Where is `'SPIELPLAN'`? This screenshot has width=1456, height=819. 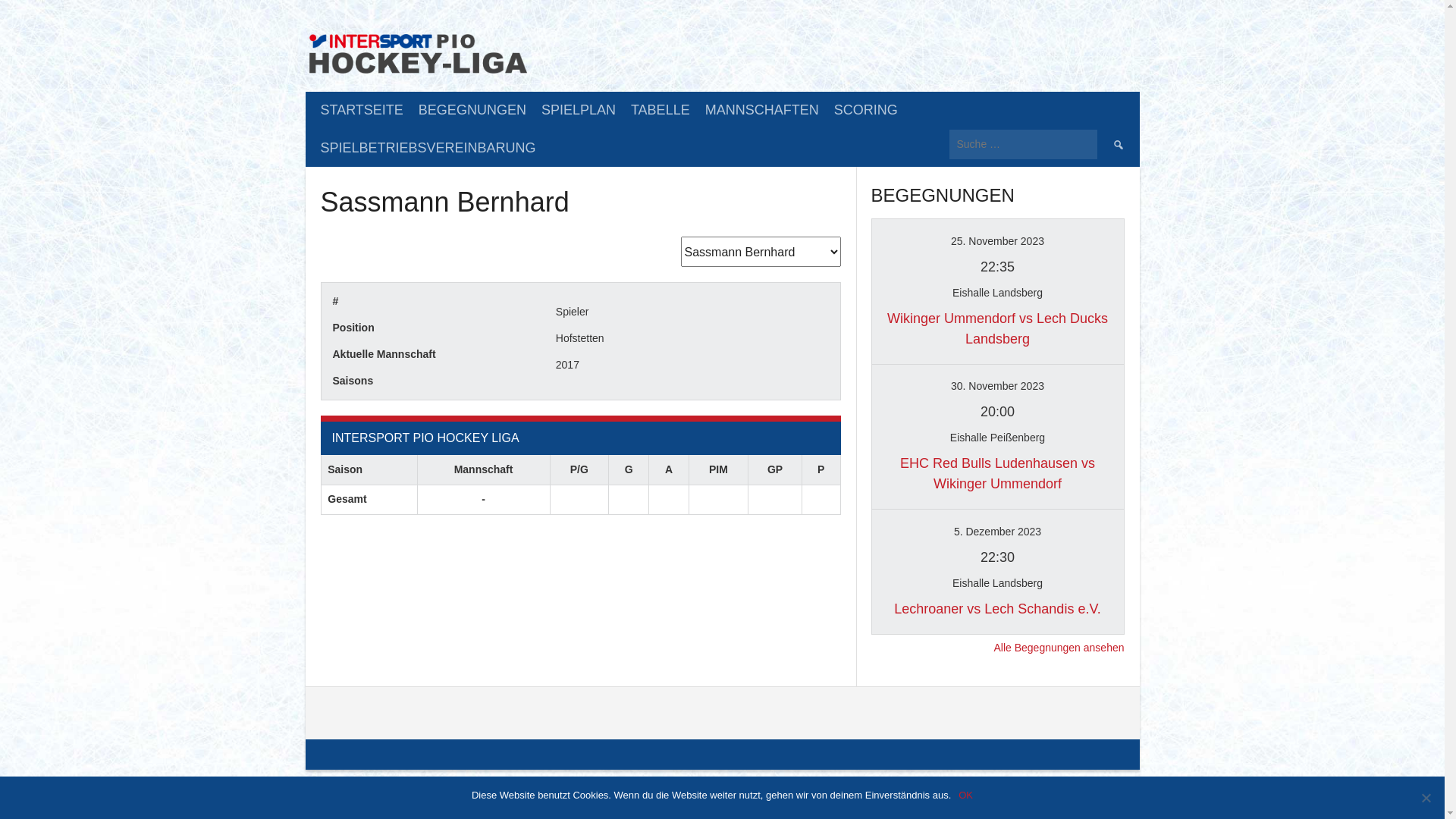
'SPIELPLAN' is located at coordinates (578, 110).